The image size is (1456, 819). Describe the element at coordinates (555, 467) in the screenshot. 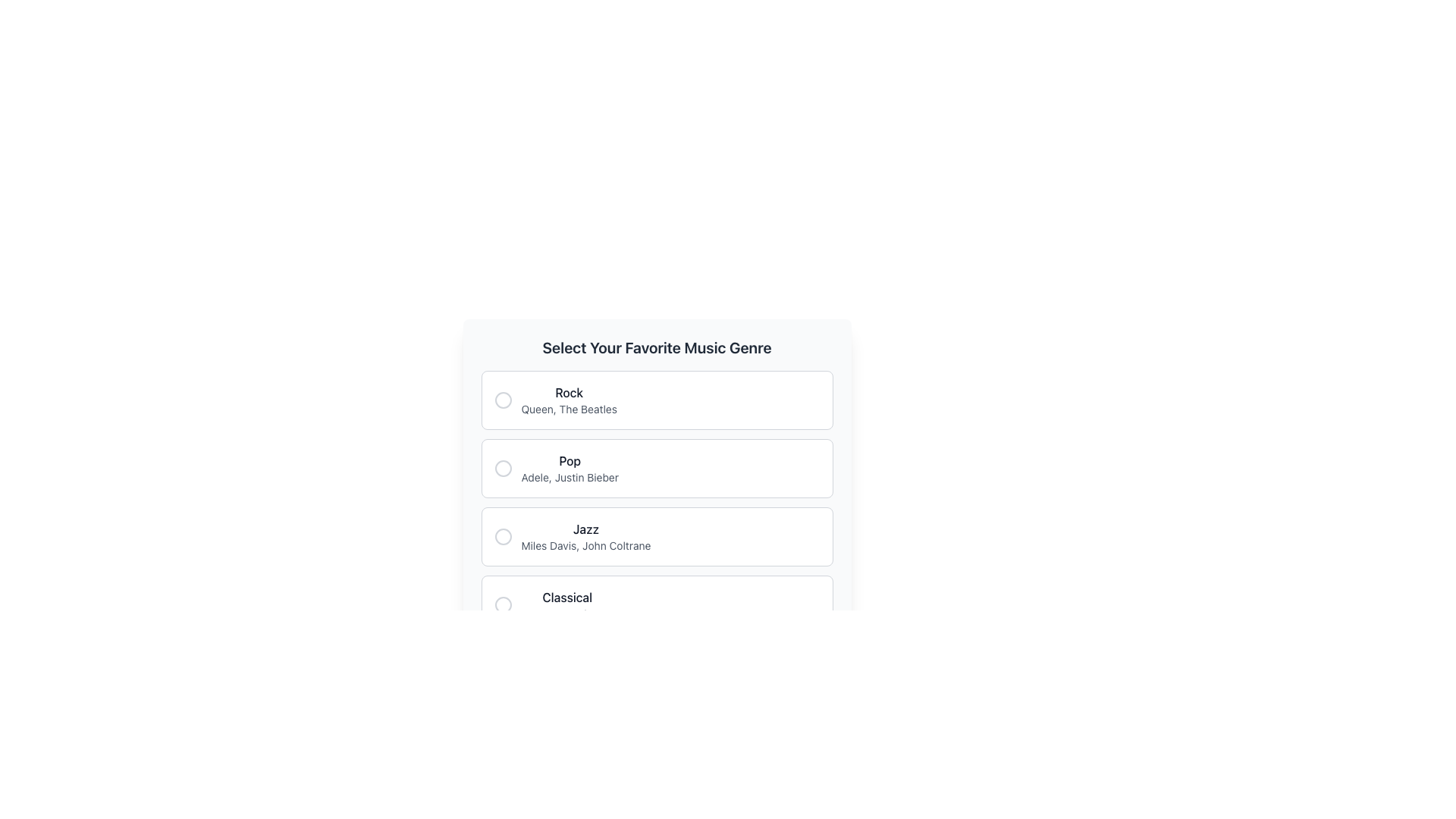

I see `the label 'Pop' of the radio button` at that location.